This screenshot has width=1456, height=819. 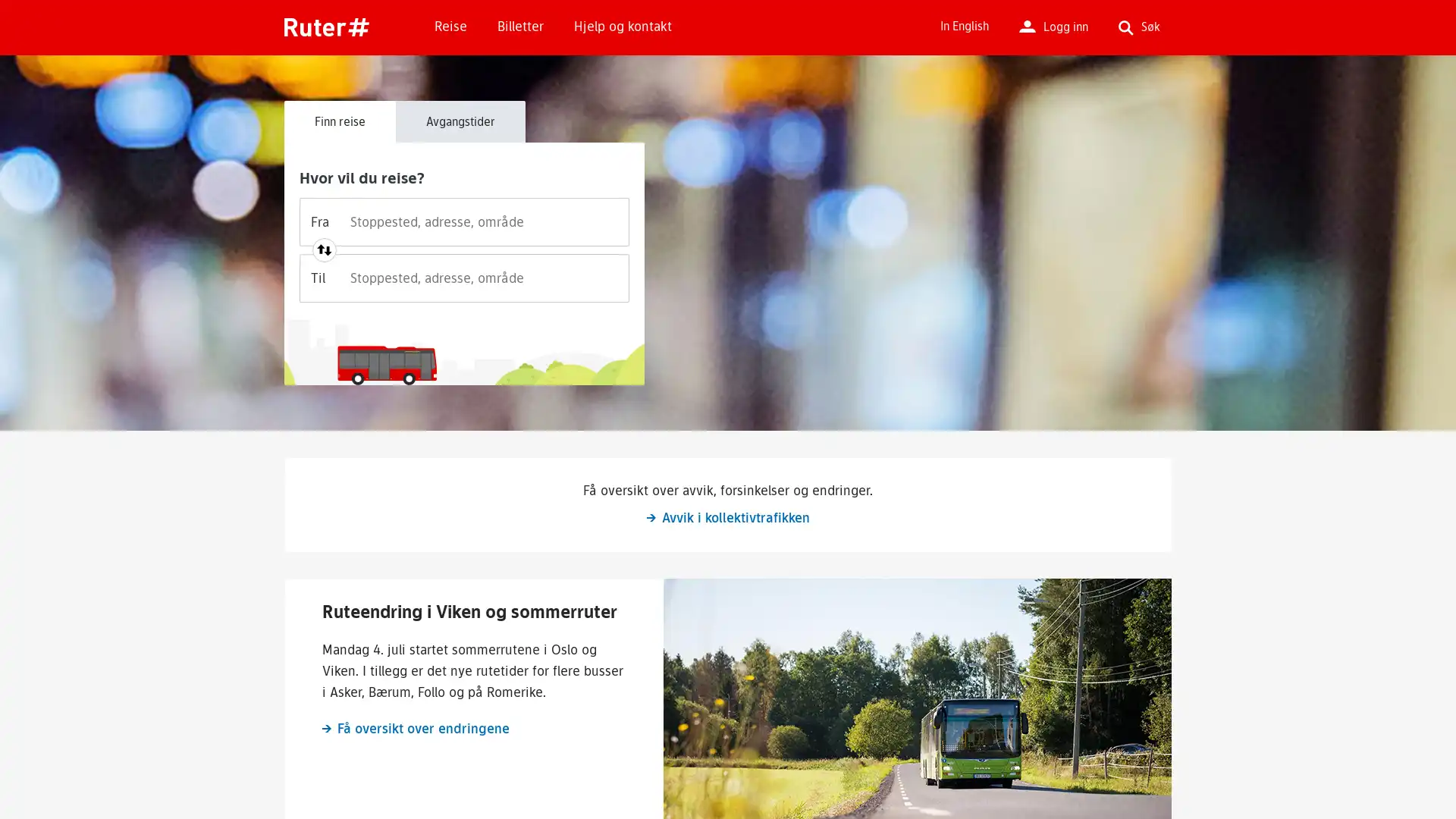 I want to click on Avgangstider, so click(x=460, y=120).